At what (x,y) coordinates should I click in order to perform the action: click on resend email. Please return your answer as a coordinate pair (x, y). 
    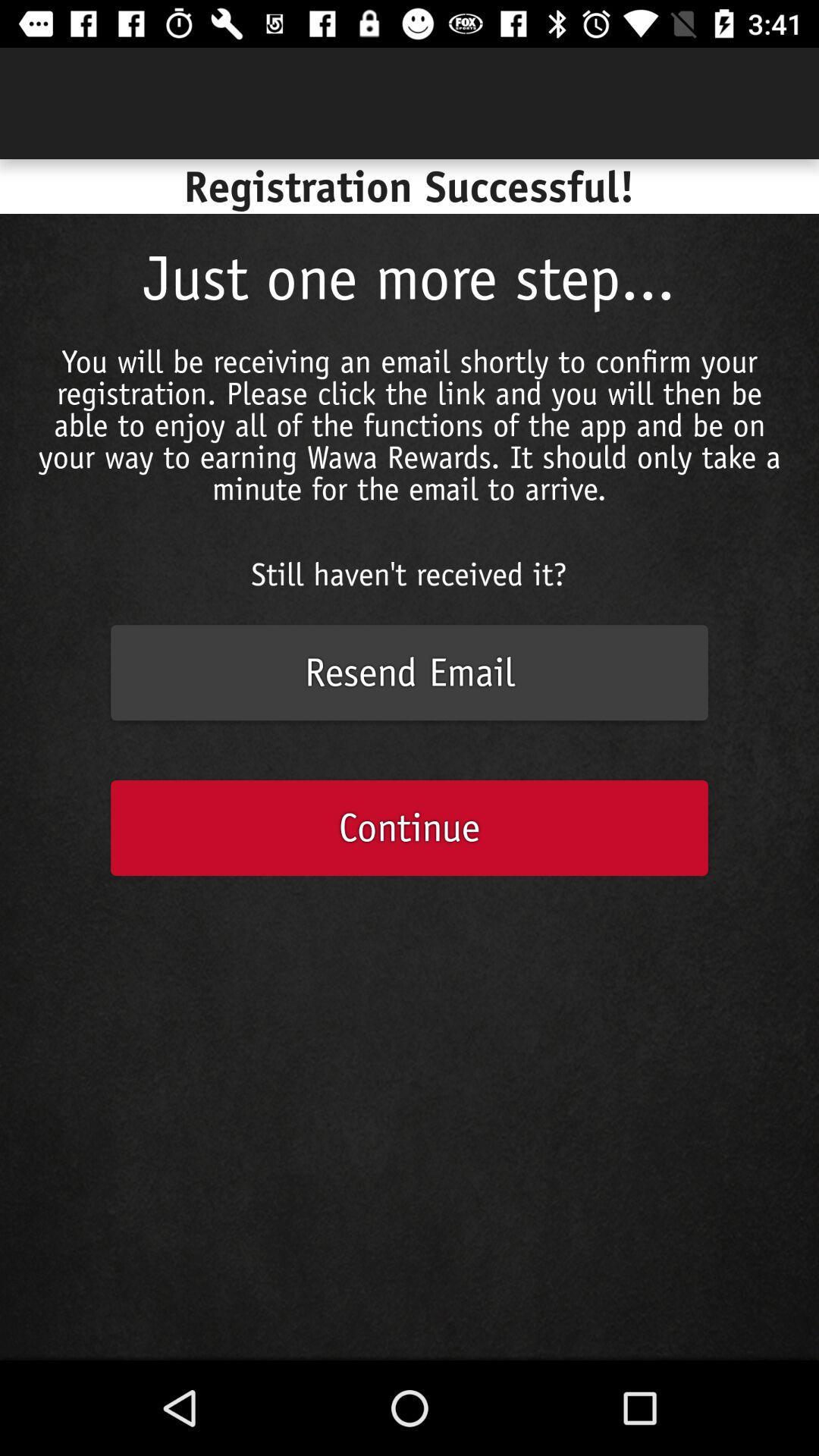
    Looking at the image, I should click on (409, 672).